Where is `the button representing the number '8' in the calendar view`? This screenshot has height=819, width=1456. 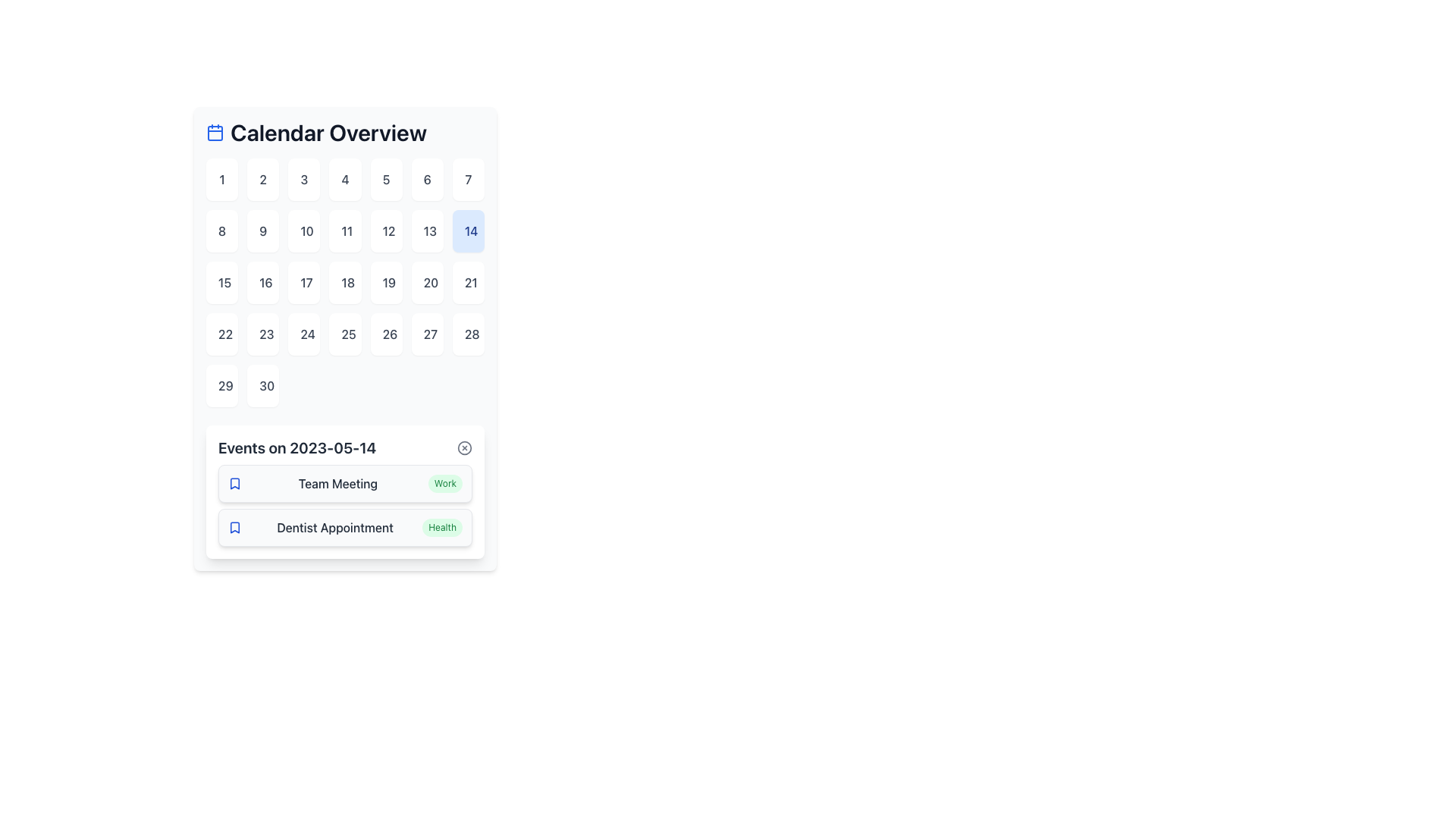
the button representing the number '8' in the calendar view is located at coordinates (221, 231).